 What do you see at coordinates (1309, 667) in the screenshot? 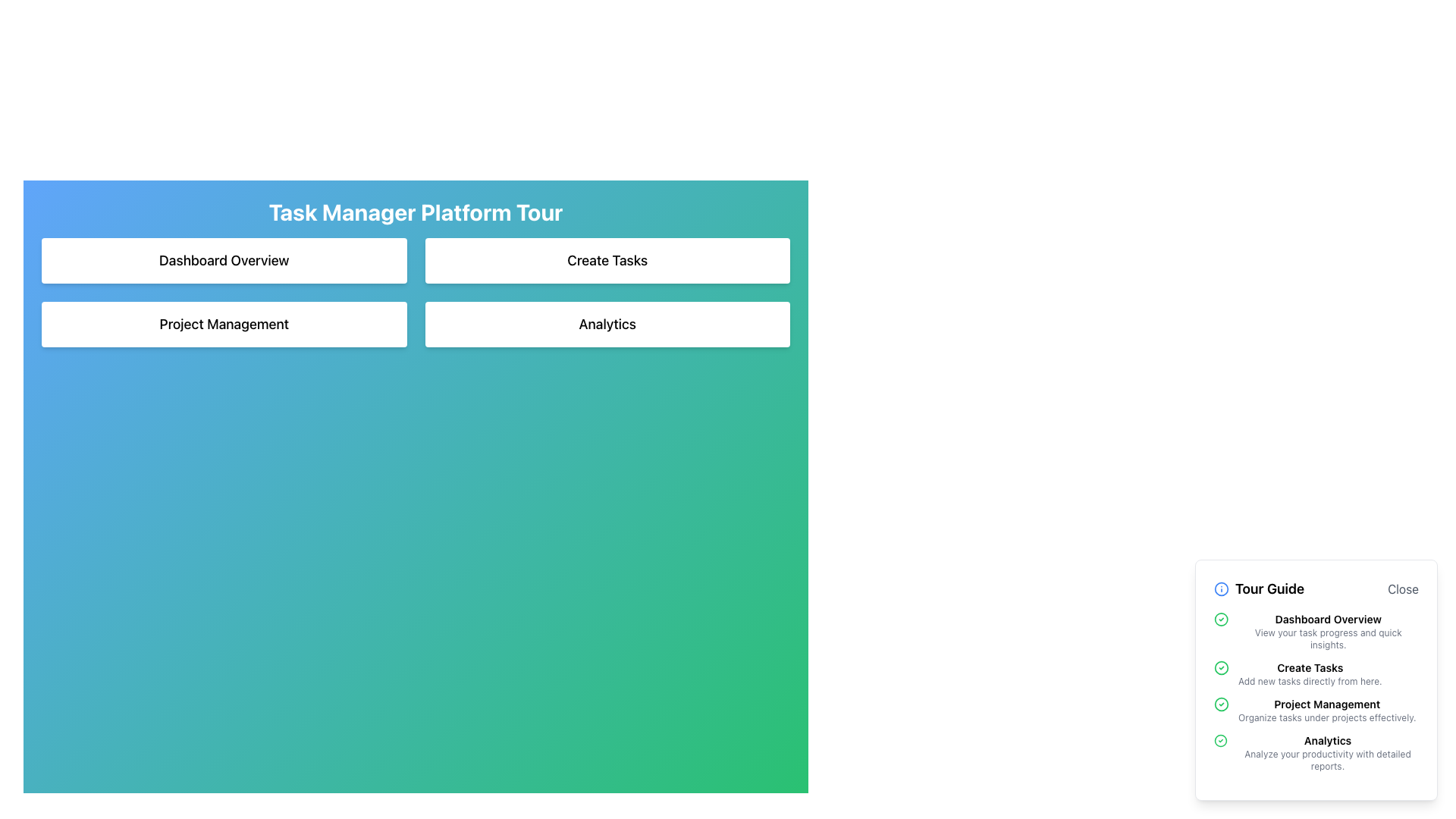
I see `the 'Create Tasks' text label, which is styled in bold font and appears in the 'Tour Guide' section of the interface` at bounding box center [1309, 667].